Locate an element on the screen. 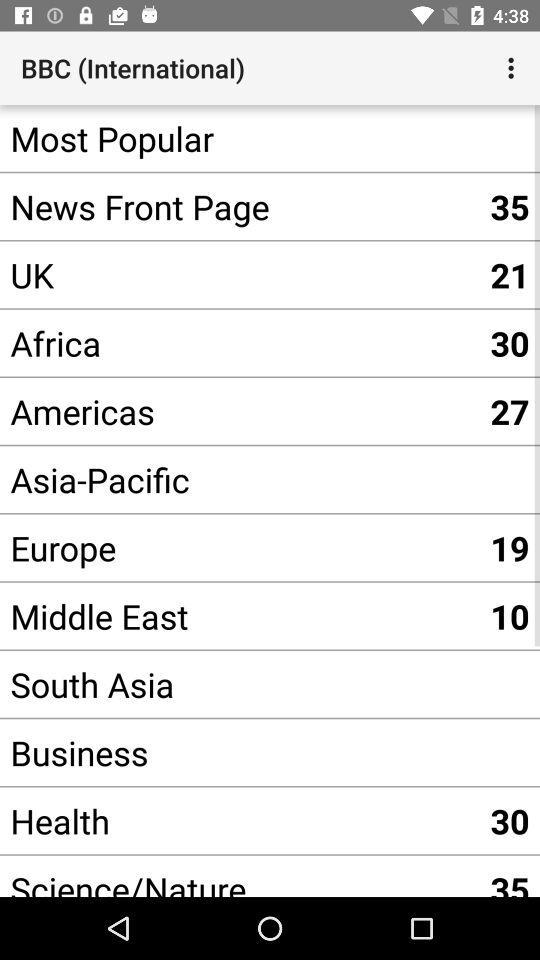 The image size is (540, 960). science/nature is located at coordinates (239, 875).